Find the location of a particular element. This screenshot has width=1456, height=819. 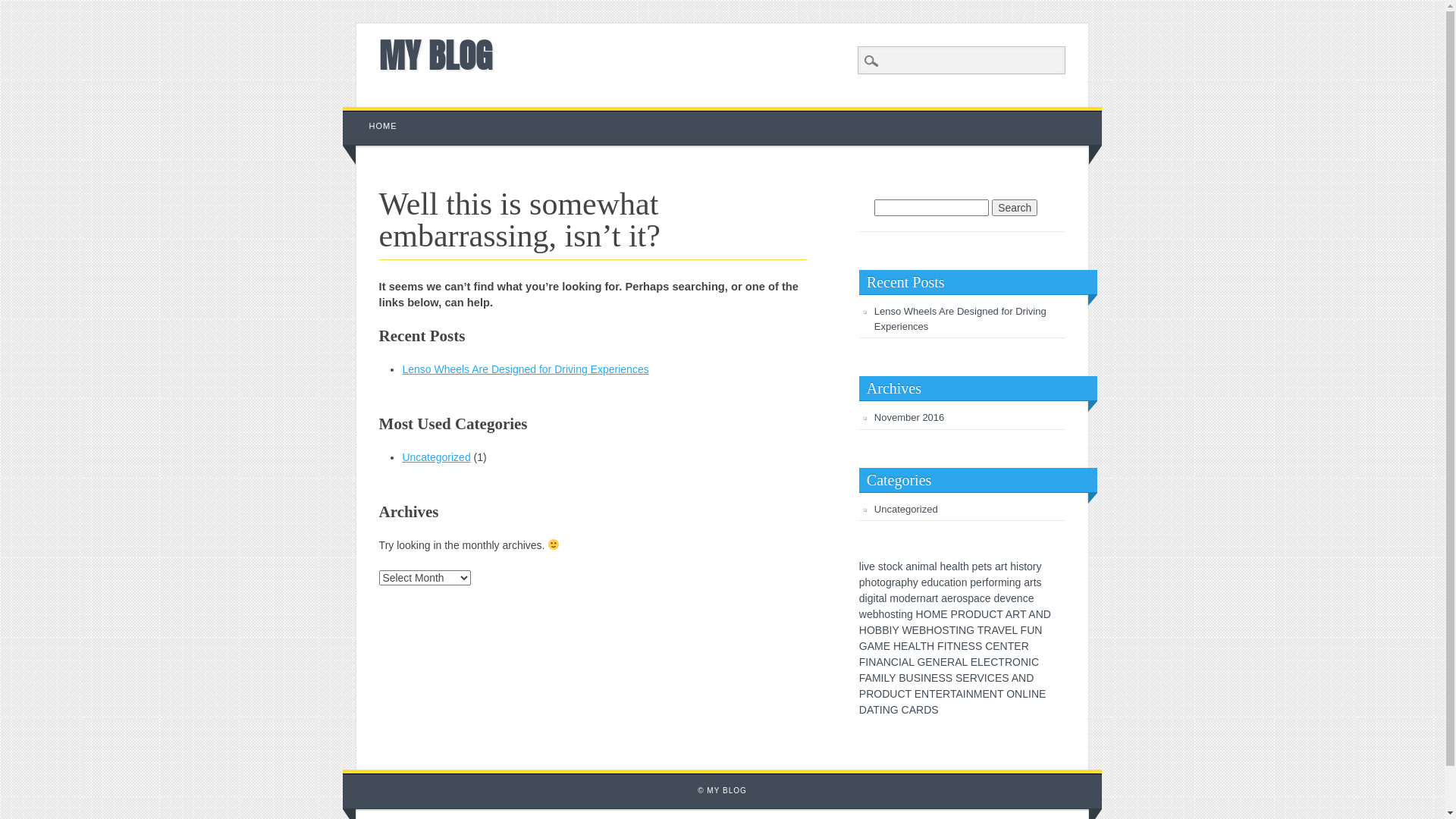

'p' is located at coordinates (862, 581).